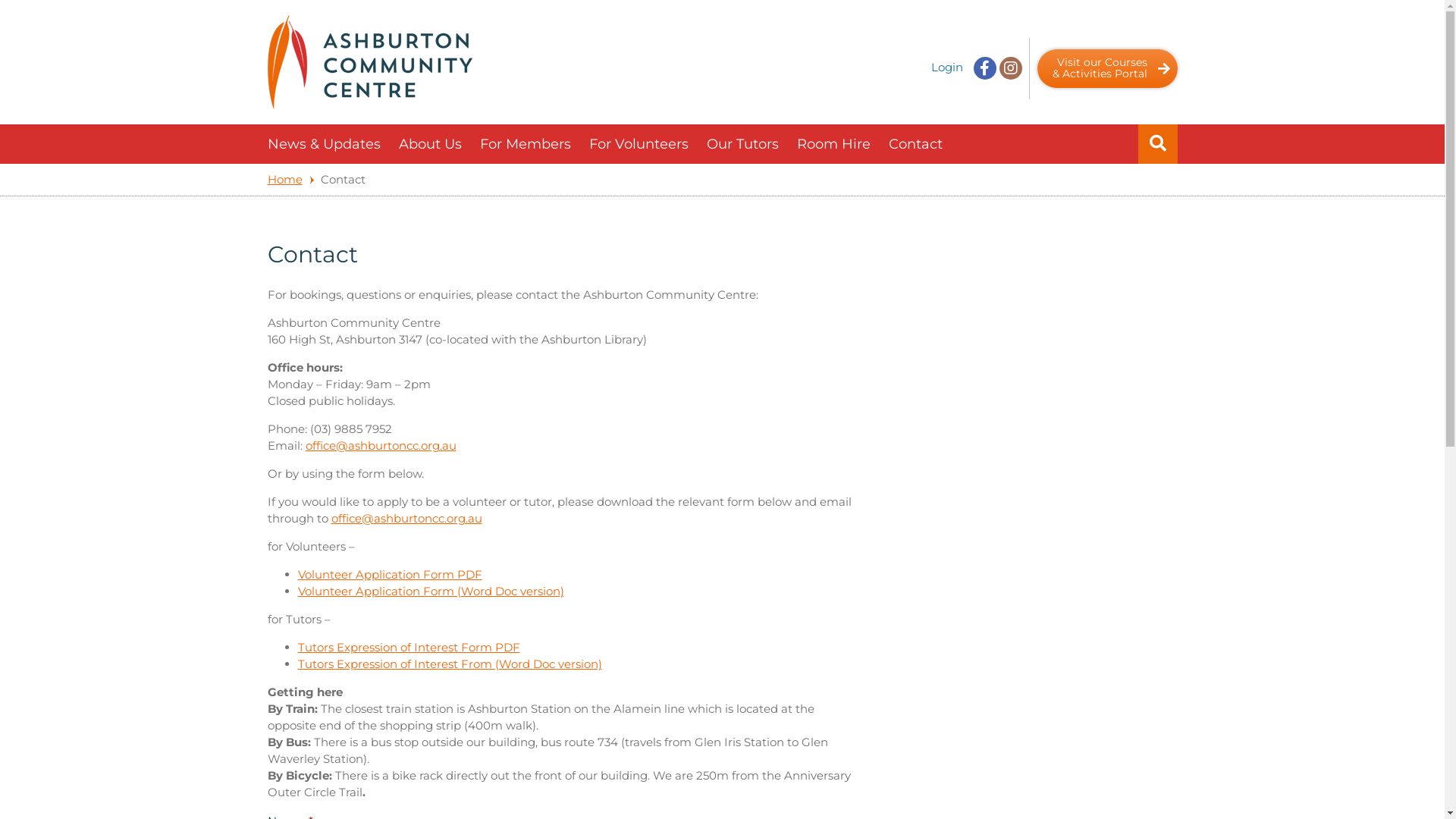 The image size is (1456, 819). Describe the element at coordinates (946, 66) in the screenshot. I see `'Login'` at that location.